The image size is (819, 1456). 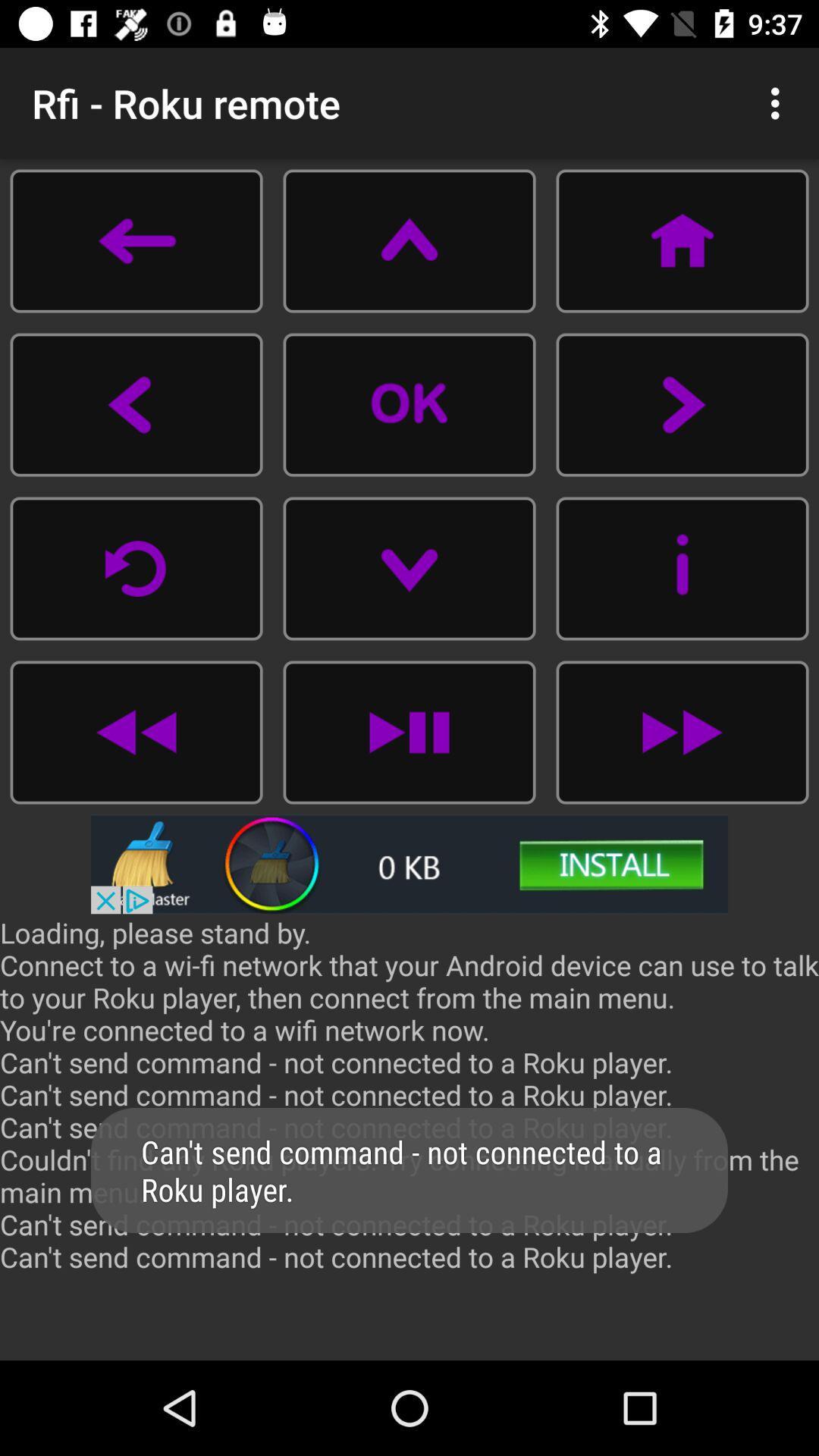 I want to click on the arrow_forward icon, so click(x=681, y=404).